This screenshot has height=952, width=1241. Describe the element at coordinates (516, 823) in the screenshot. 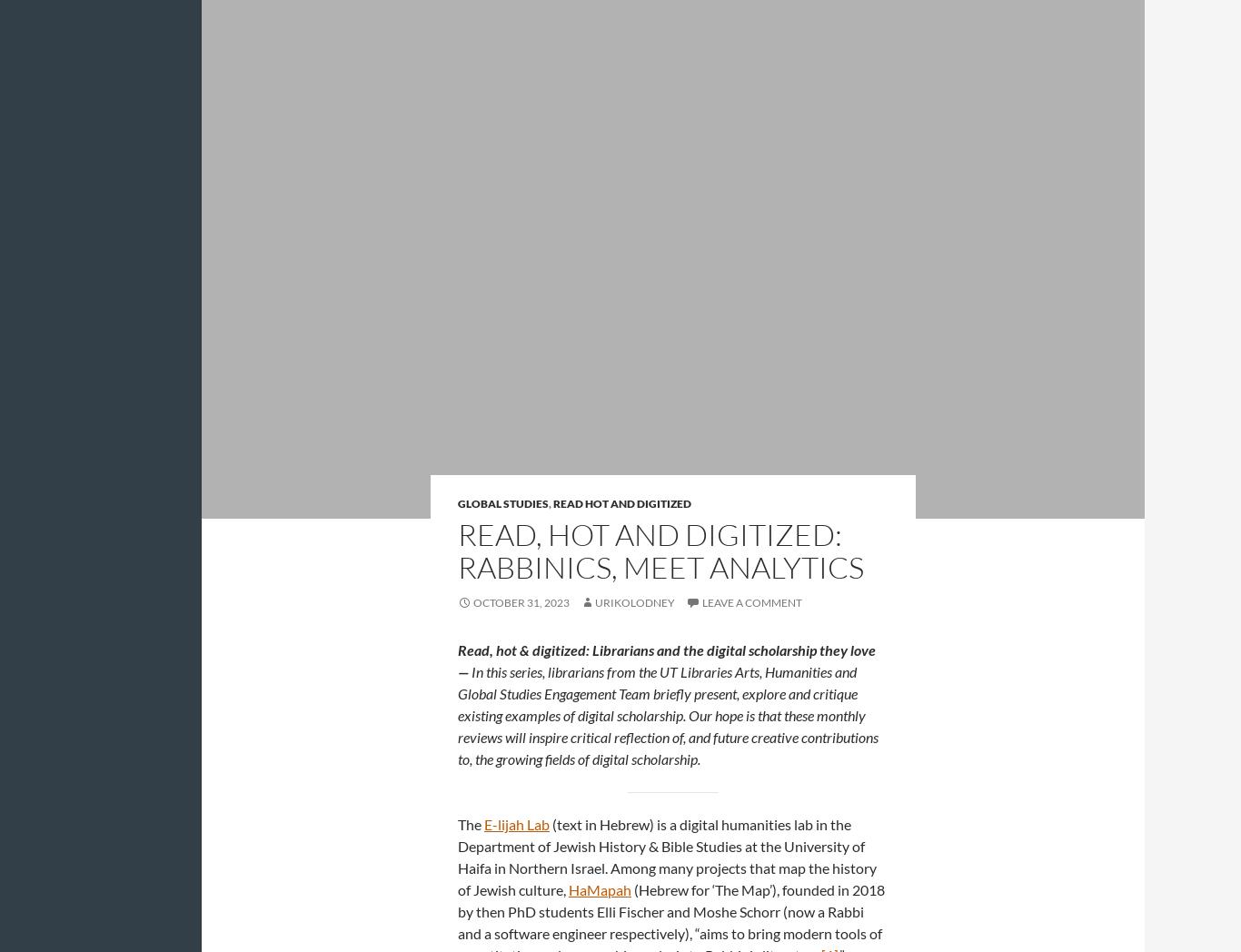

I see `'E-lijah Lab'` at that location.